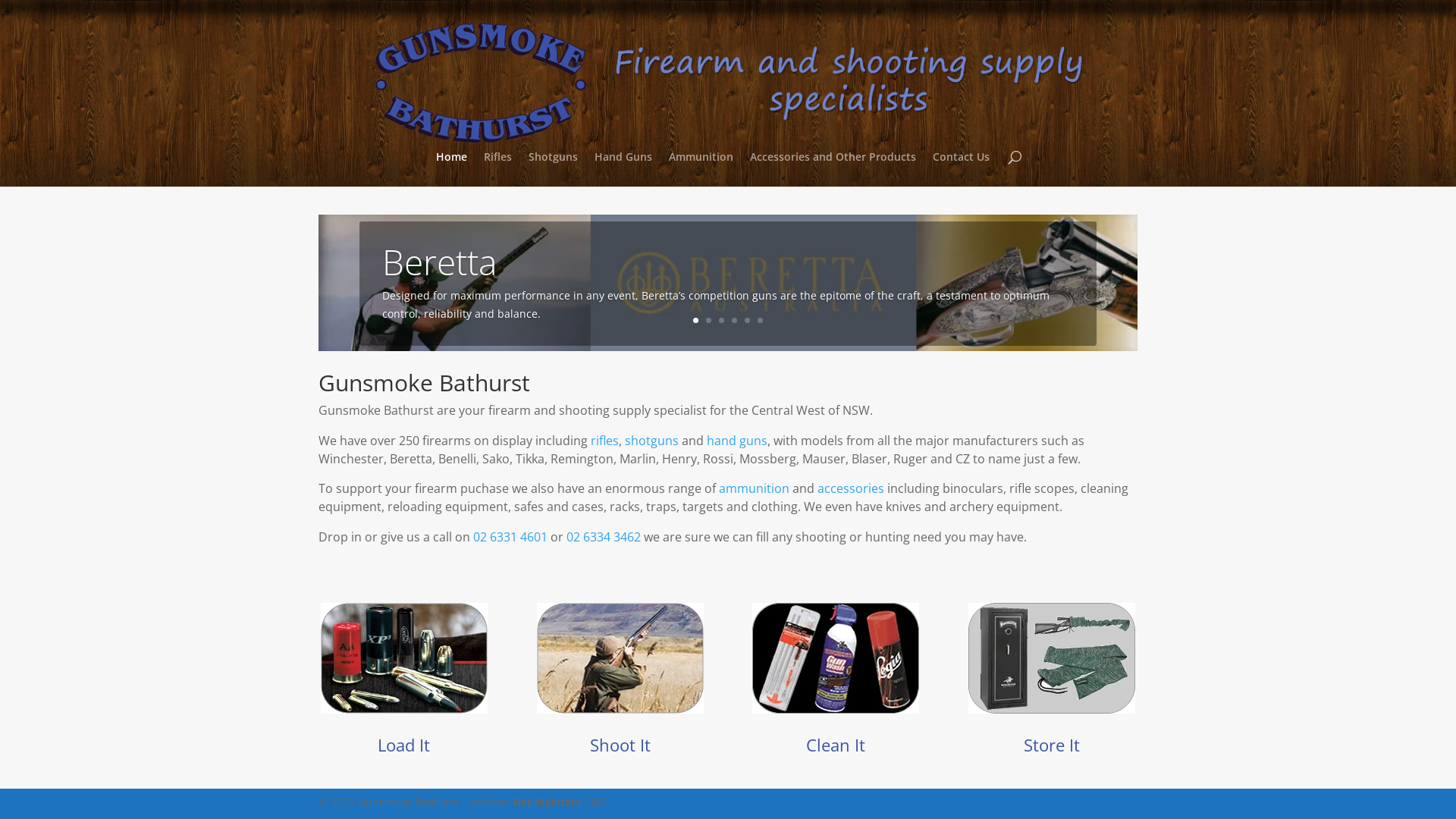 Image resolution: width=1456 pixels, height=819 pixels. Describe the element at coordinates (450, 169) in the screenshot. I see `'Home'` at that location.